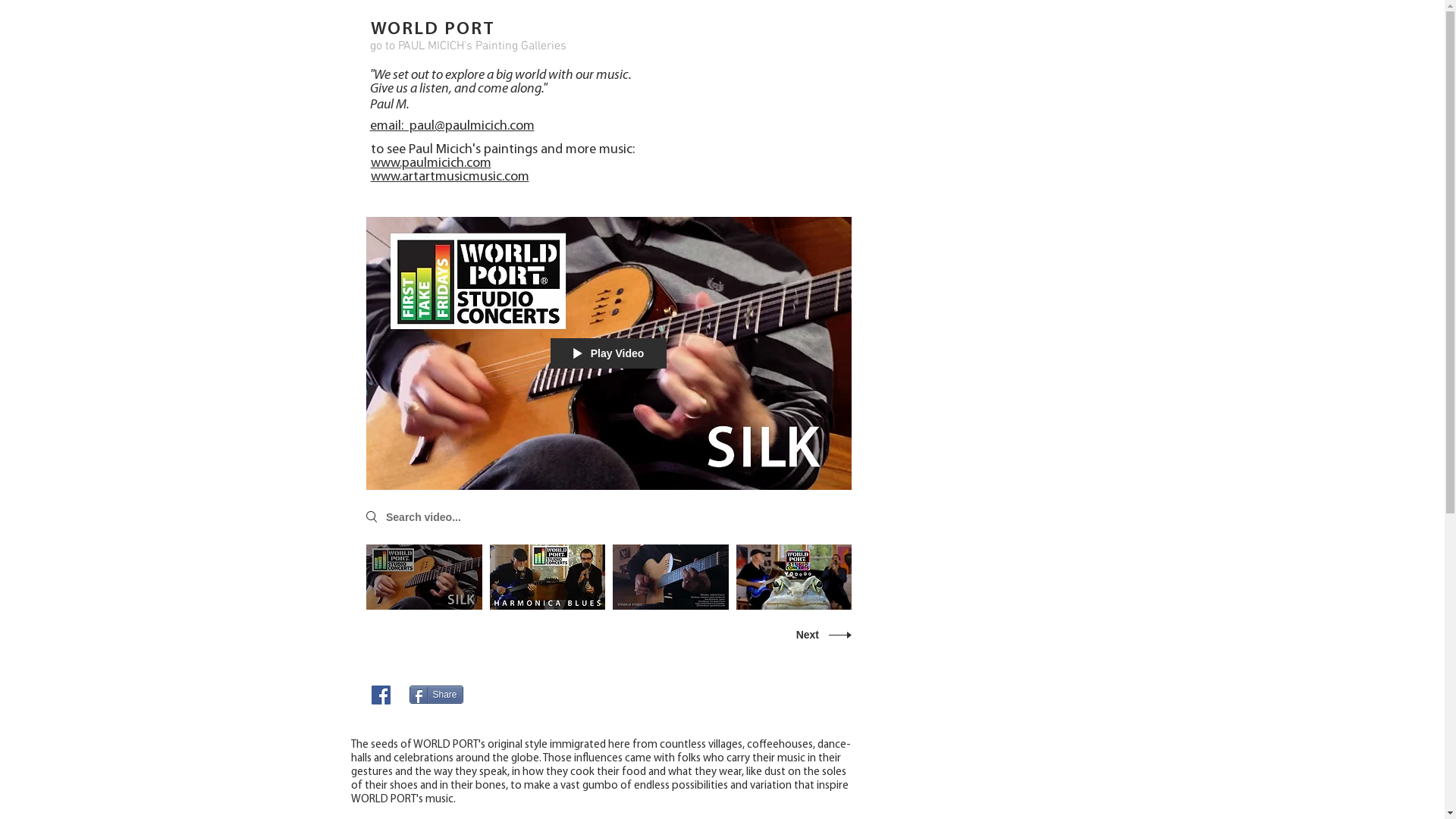  I want to click on 'www.artartmusicmusic.com', so click(448, 176).